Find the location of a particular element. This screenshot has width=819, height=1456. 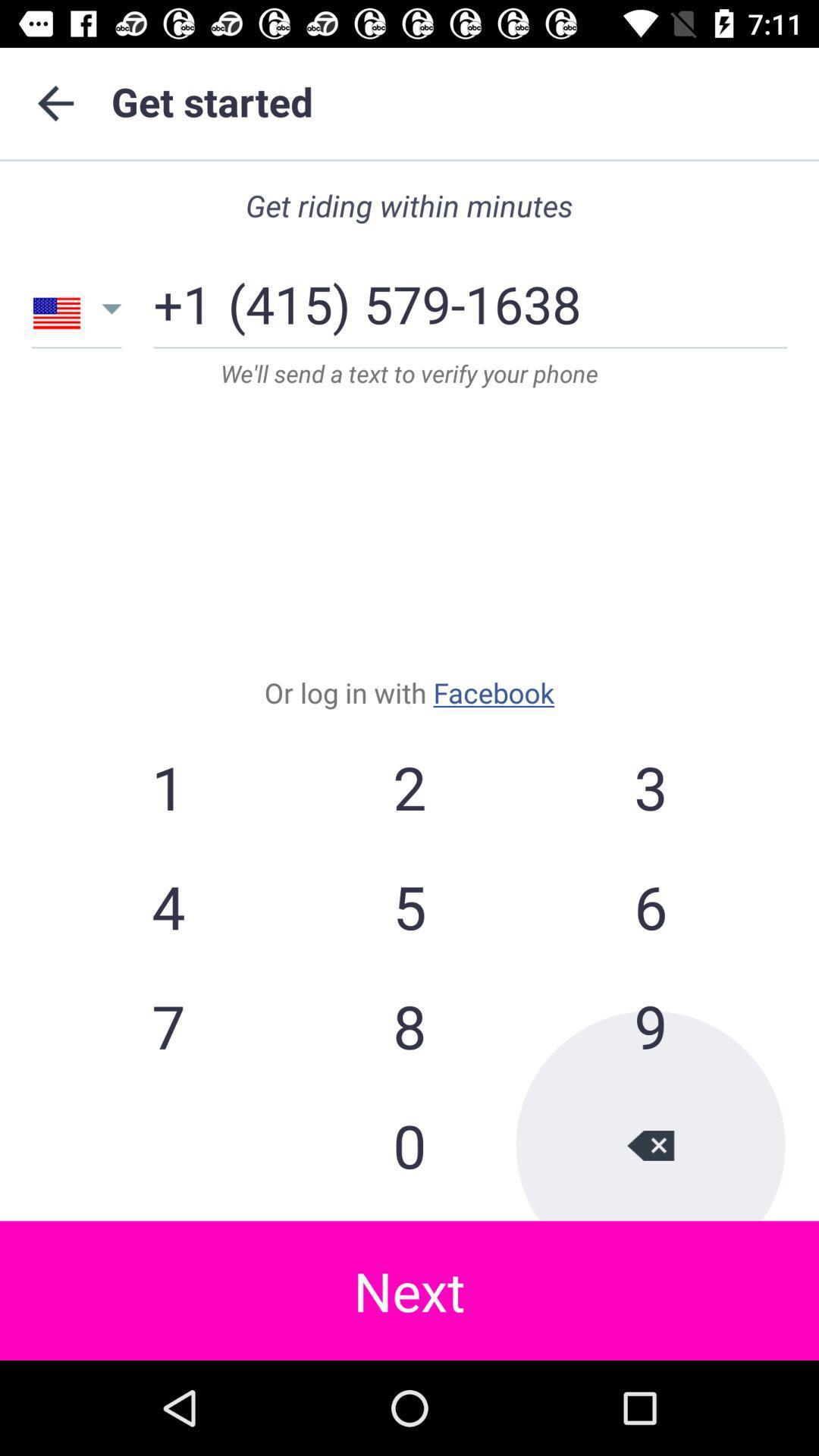

icon next to the 2 is located at coordinates (168, 906).